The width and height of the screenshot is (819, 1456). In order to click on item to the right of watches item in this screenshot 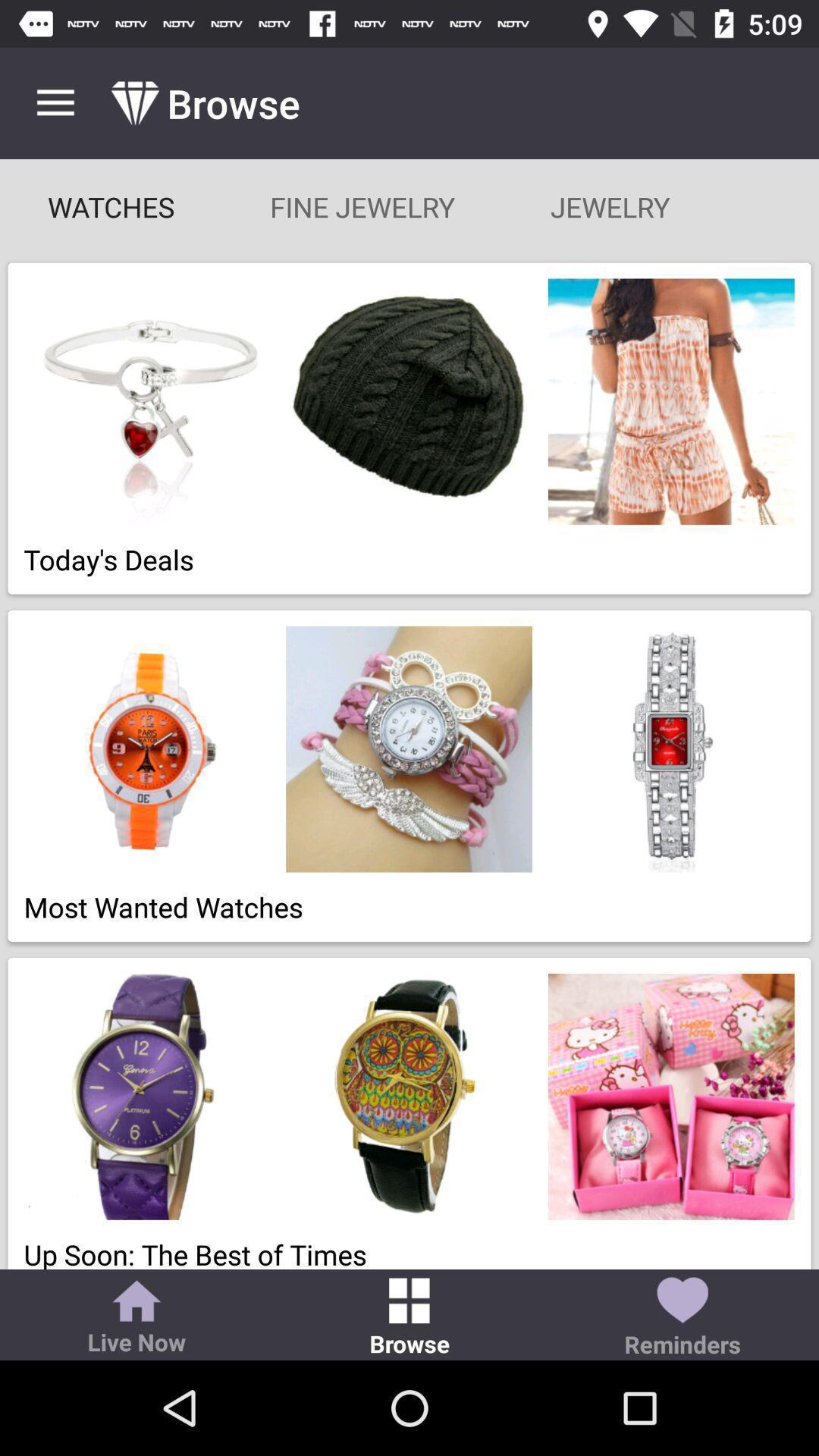, I will do `click(362, 206)`.